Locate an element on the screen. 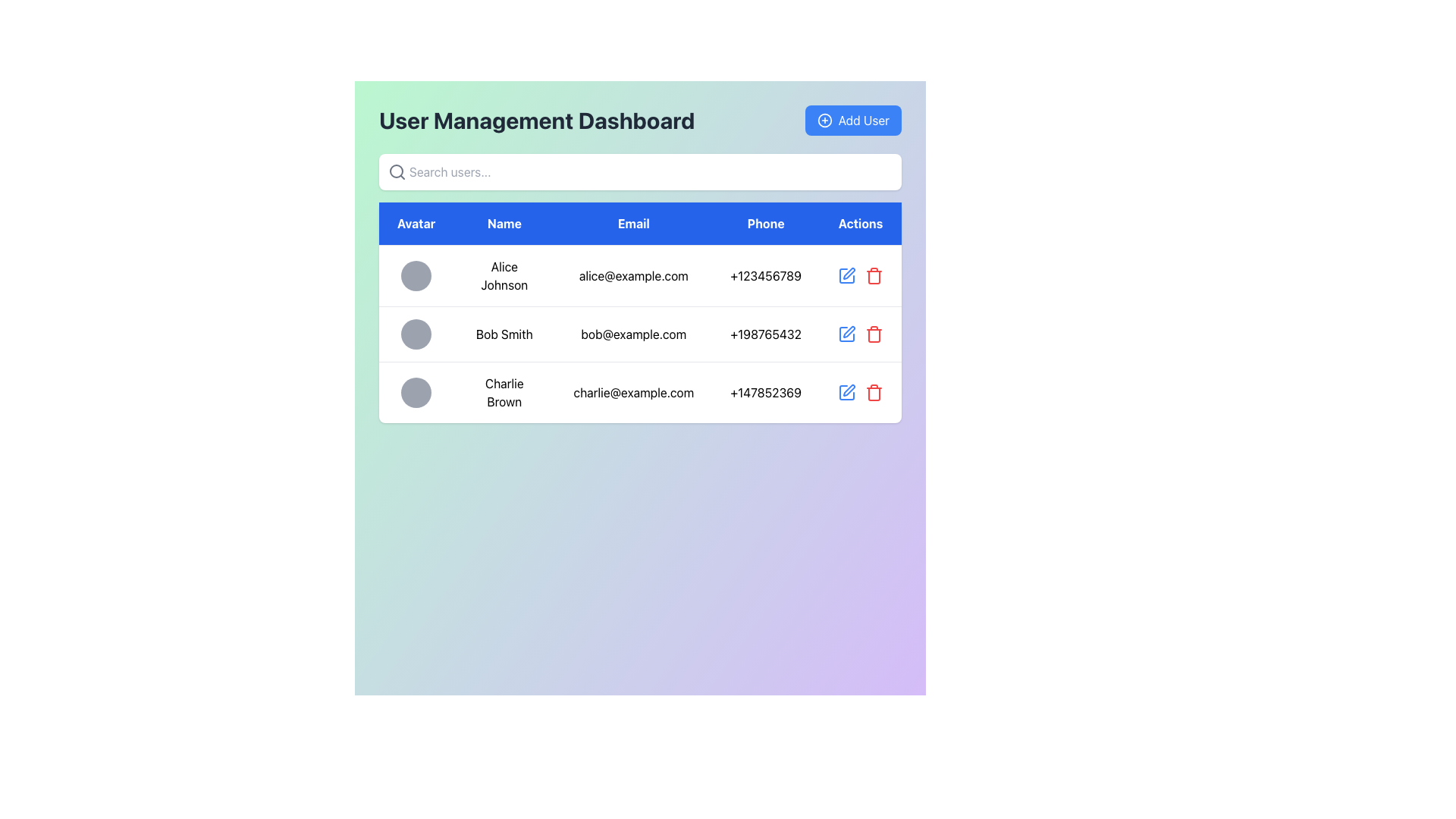 The image size is (1456, 819). the SVG circle element that represents the '+' symbol for the 'Add User' button located at the top-right corner of the interface is located at coordinates (824, 119).